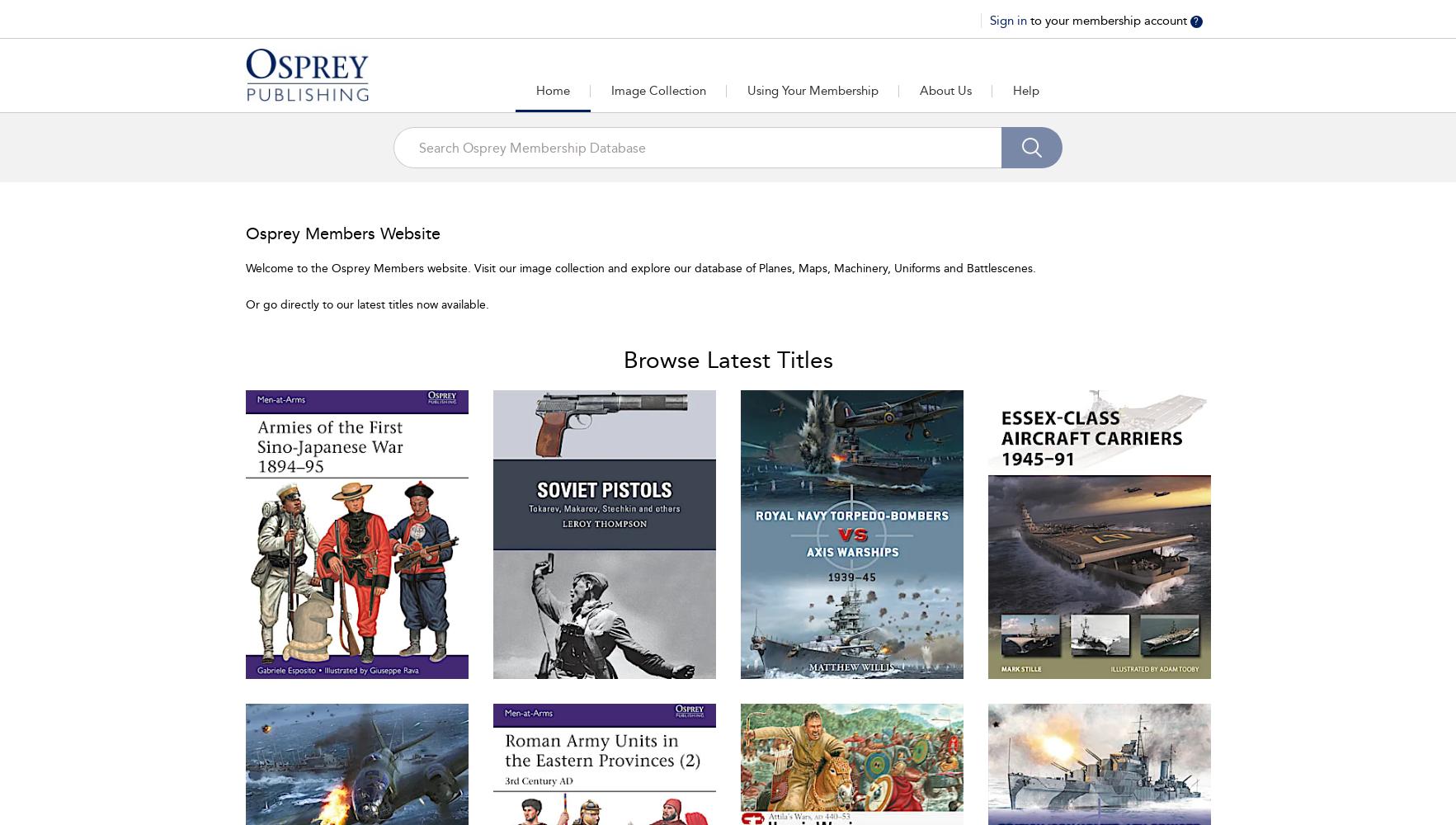  Describe the element at coordinates (1025, 90) in the screenshot. I see `'Help'` at that location.